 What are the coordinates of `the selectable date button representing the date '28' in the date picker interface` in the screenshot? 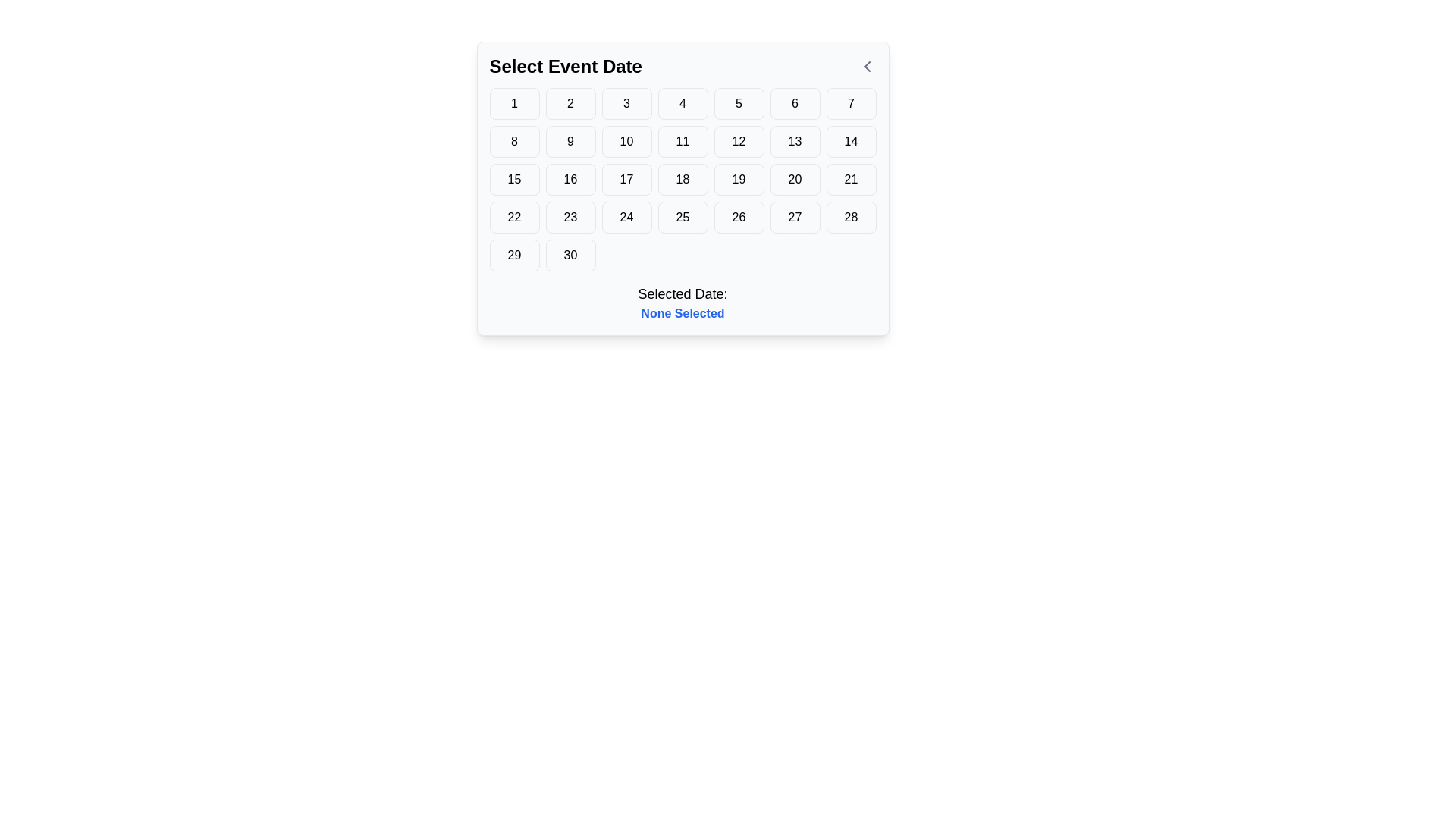 It's located at (851, 217).